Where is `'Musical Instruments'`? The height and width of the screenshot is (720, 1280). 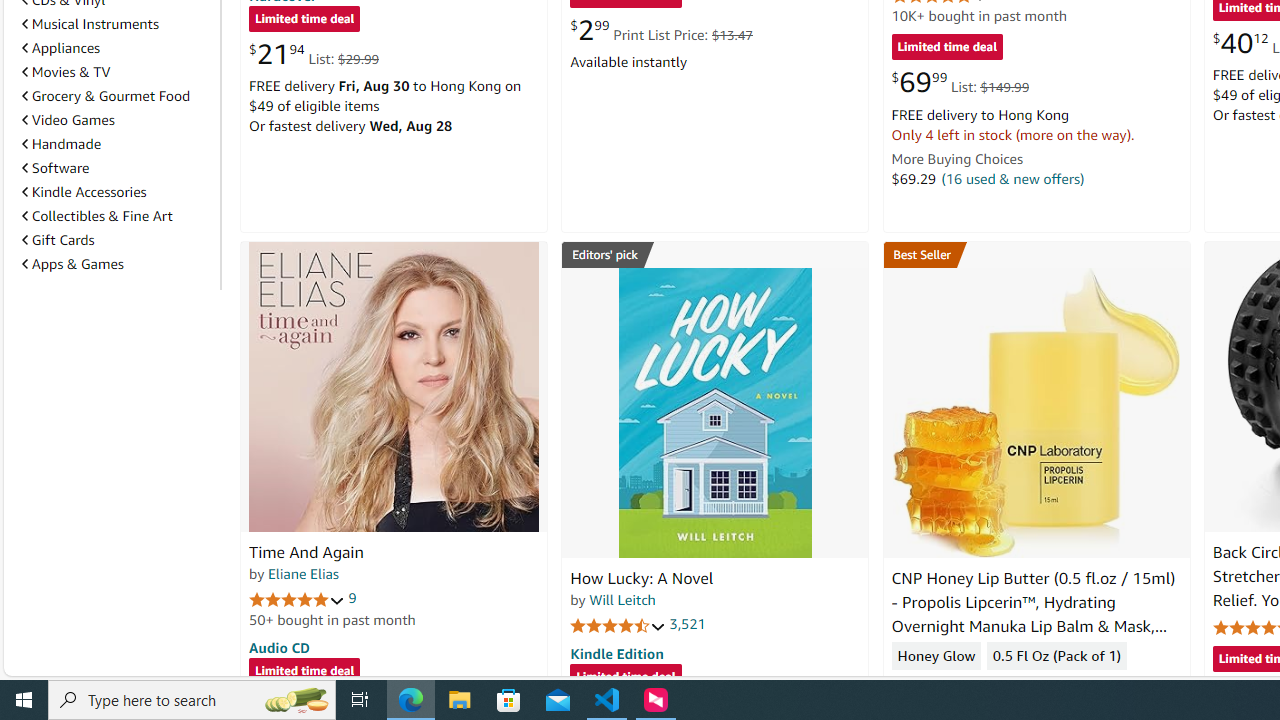
'Musical Instruments' is located at coordinates (89, 24).